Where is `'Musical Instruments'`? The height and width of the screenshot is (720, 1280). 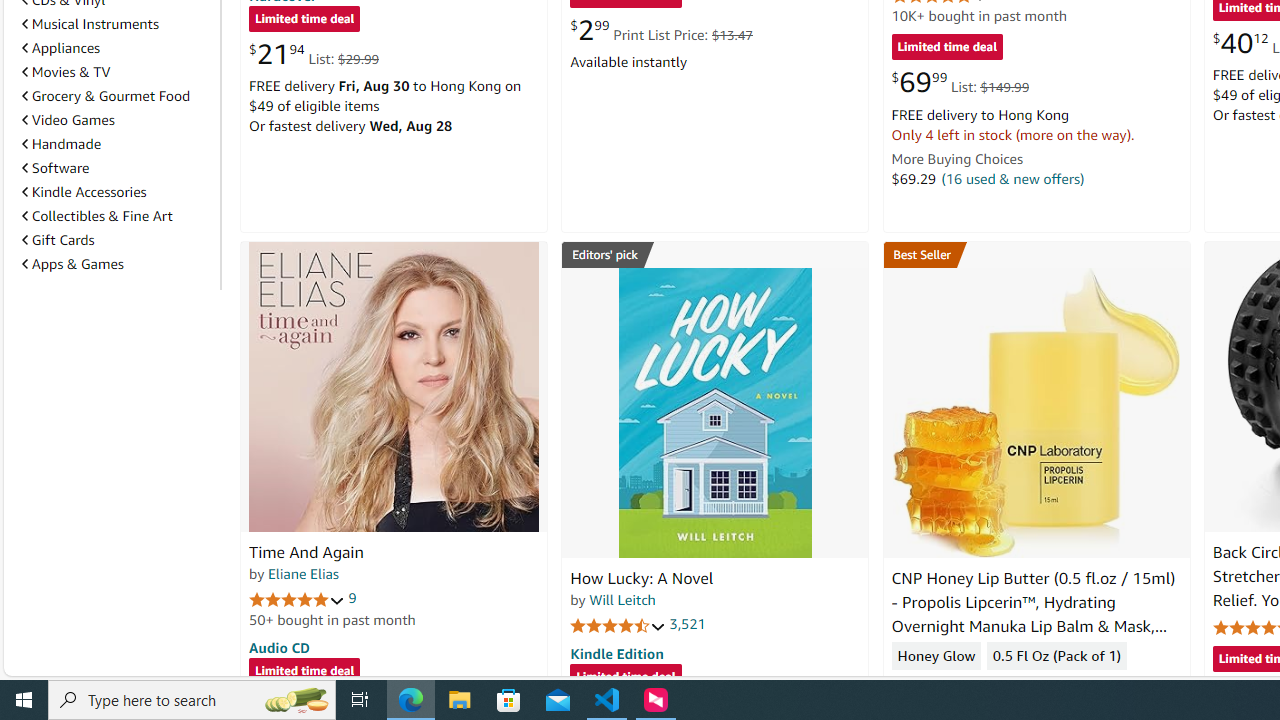
'Musical Instruments' is located at coordinates (89, 24).